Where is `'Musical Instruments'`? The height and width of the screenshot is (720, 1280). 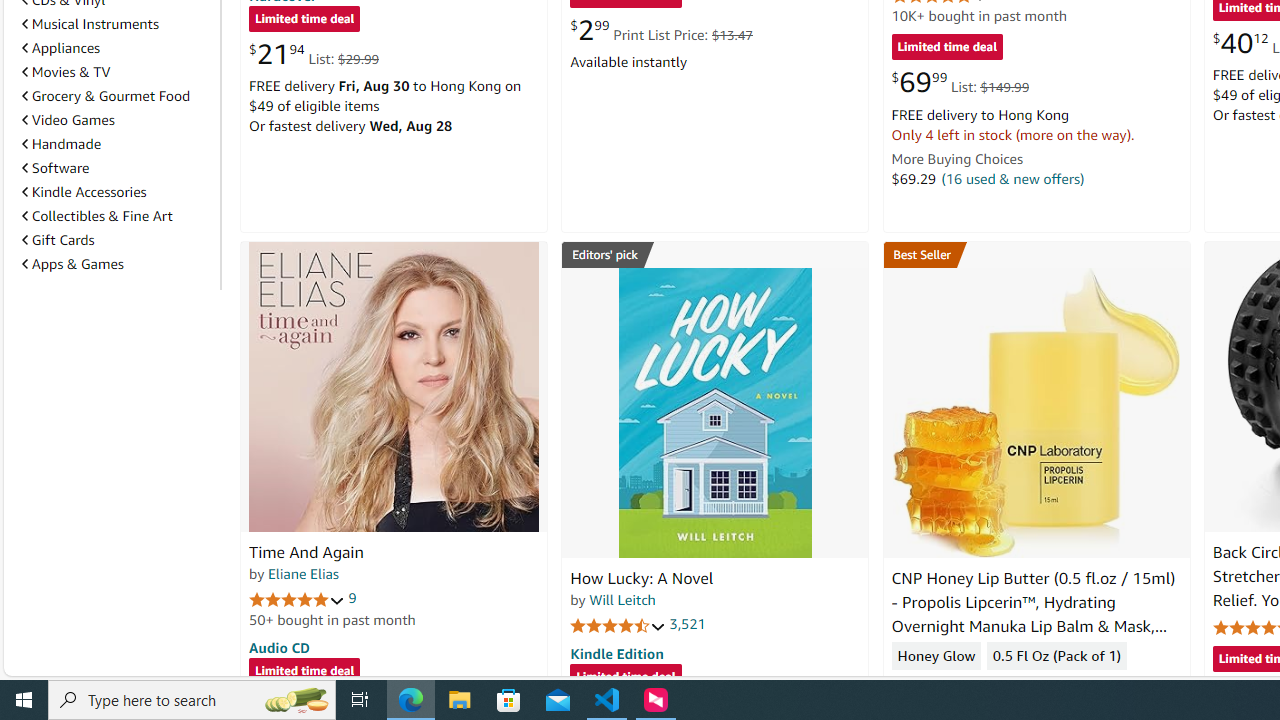
'Musical Instruments' is located at coordinates (89, 24).